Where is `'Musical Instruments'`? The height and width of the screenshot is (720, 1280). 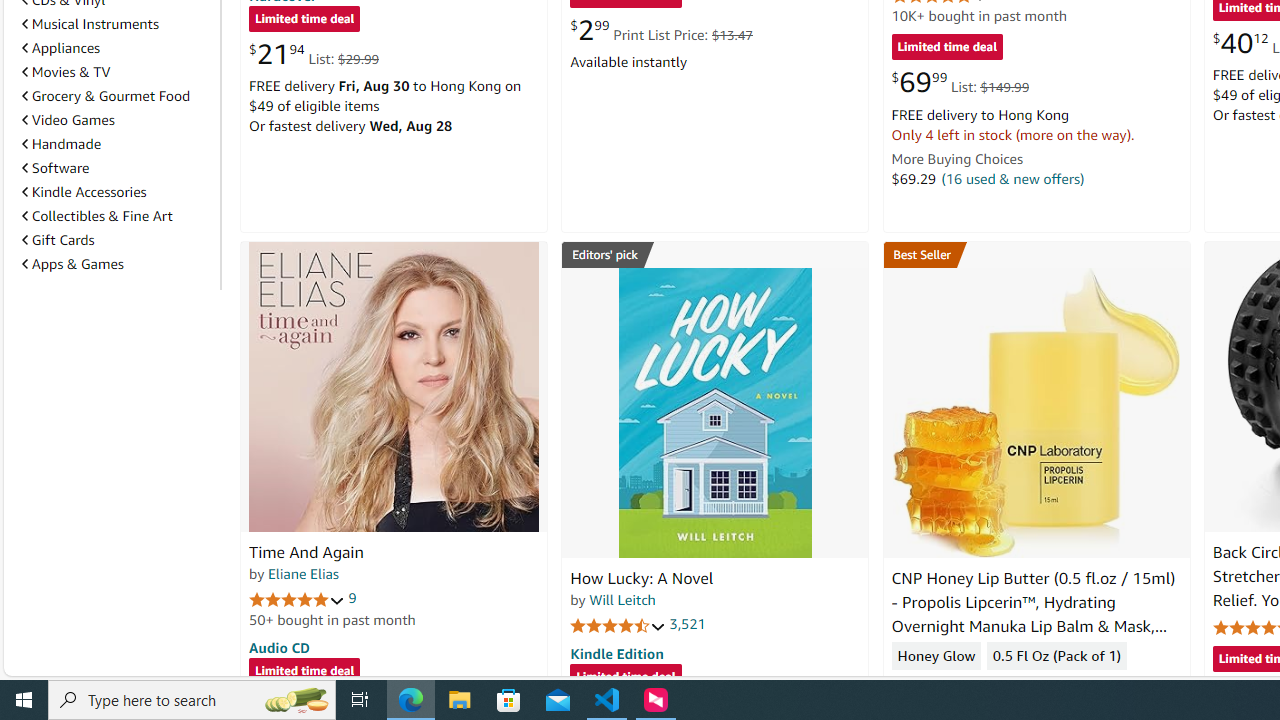
'Musical Instruments' is located at coordinates (89, 24).